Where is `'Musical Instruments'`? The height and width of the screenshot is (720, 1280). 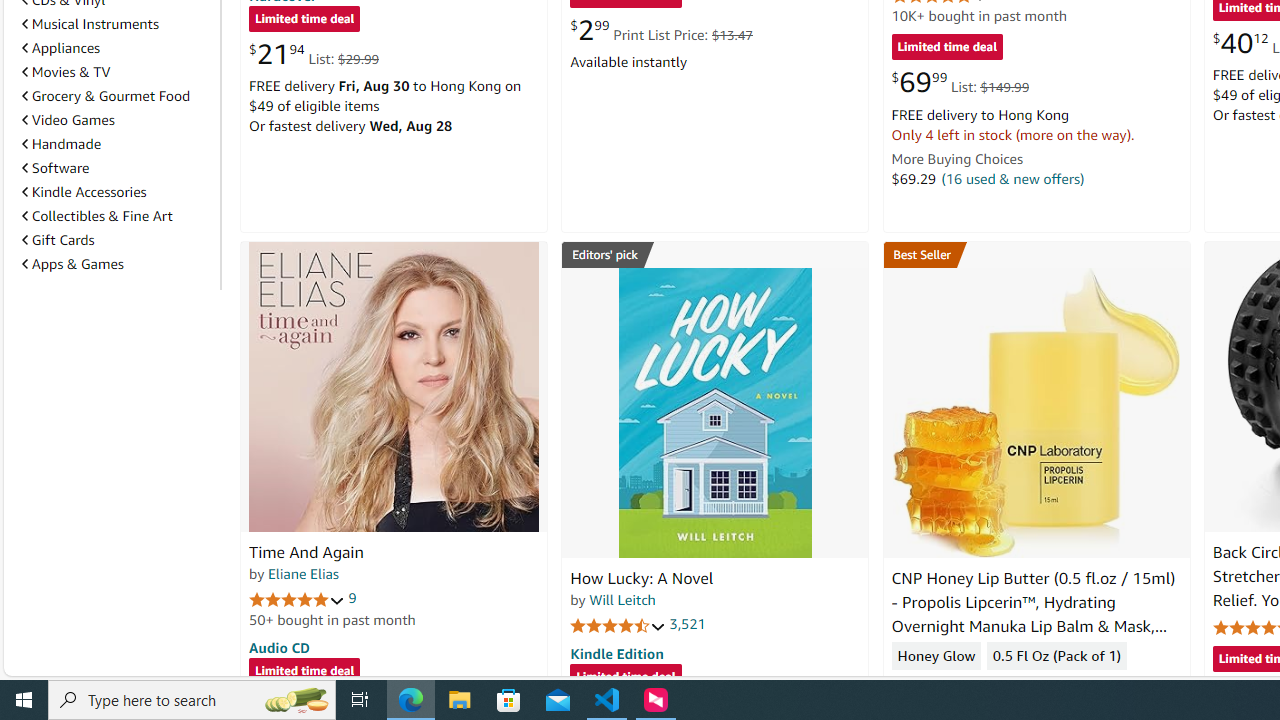
'Musical Instruments' is located at coordinates (89, 24).